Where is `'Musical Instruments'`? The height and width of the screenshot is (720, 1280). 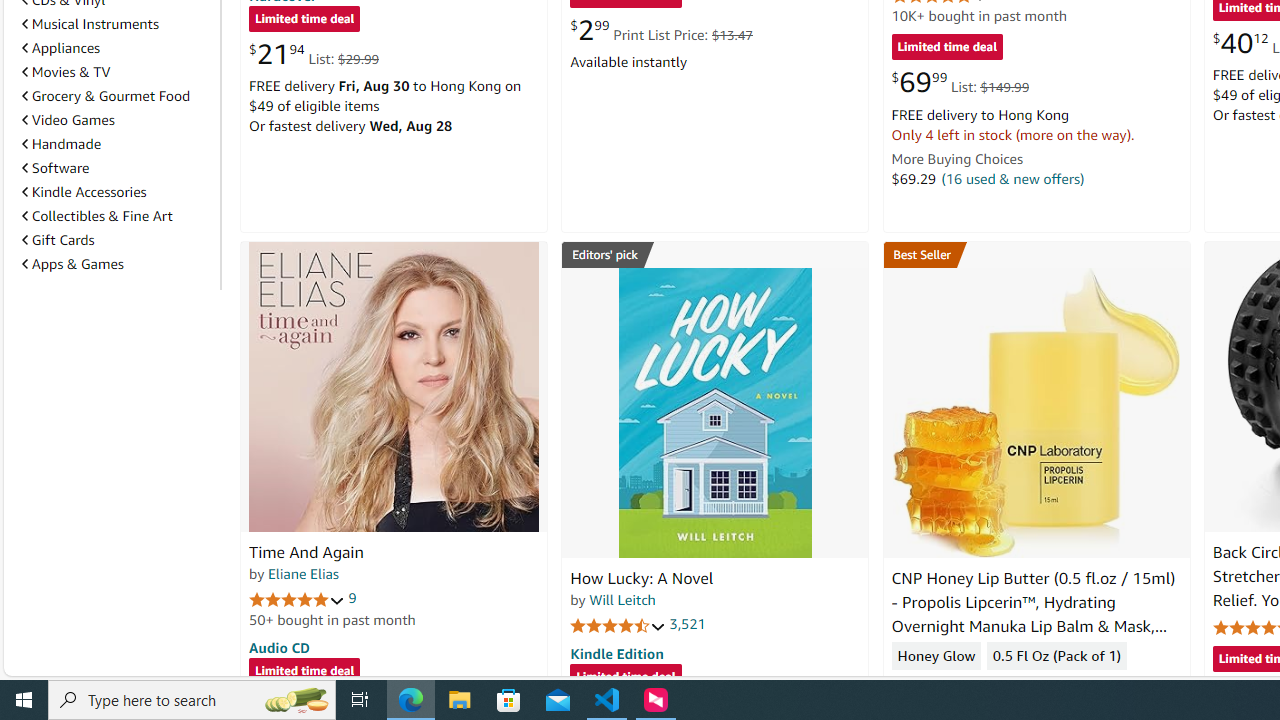
'Musical Instruments' is located at coordinates (89, 24).